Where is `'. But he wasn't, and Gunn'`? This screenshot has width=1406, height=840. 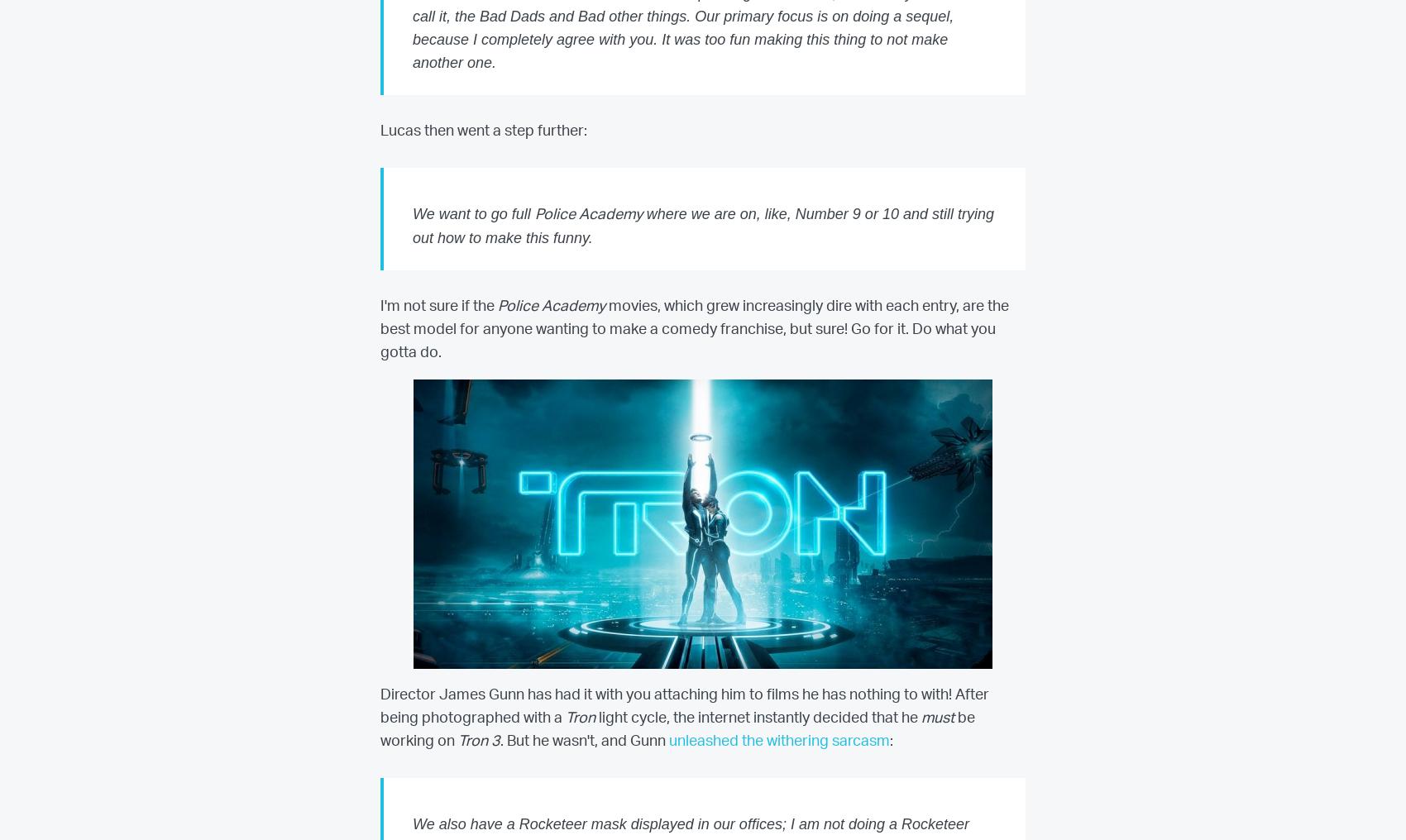 '. But he wasn't, and Gunn' is located at coordinates (585, 741).